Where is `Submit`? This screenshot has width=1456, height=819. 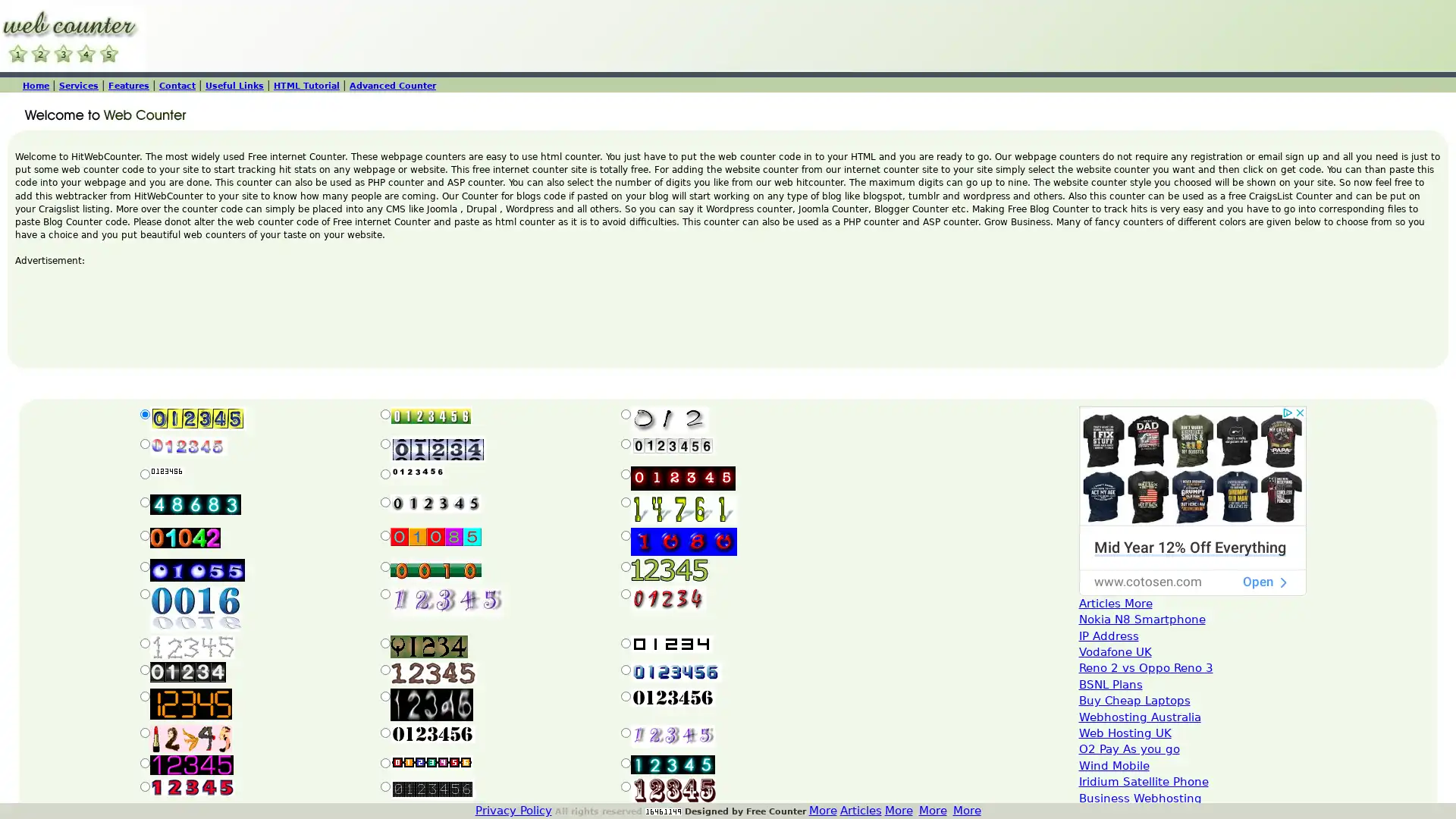 Submit is located at coordinates (196, 570).